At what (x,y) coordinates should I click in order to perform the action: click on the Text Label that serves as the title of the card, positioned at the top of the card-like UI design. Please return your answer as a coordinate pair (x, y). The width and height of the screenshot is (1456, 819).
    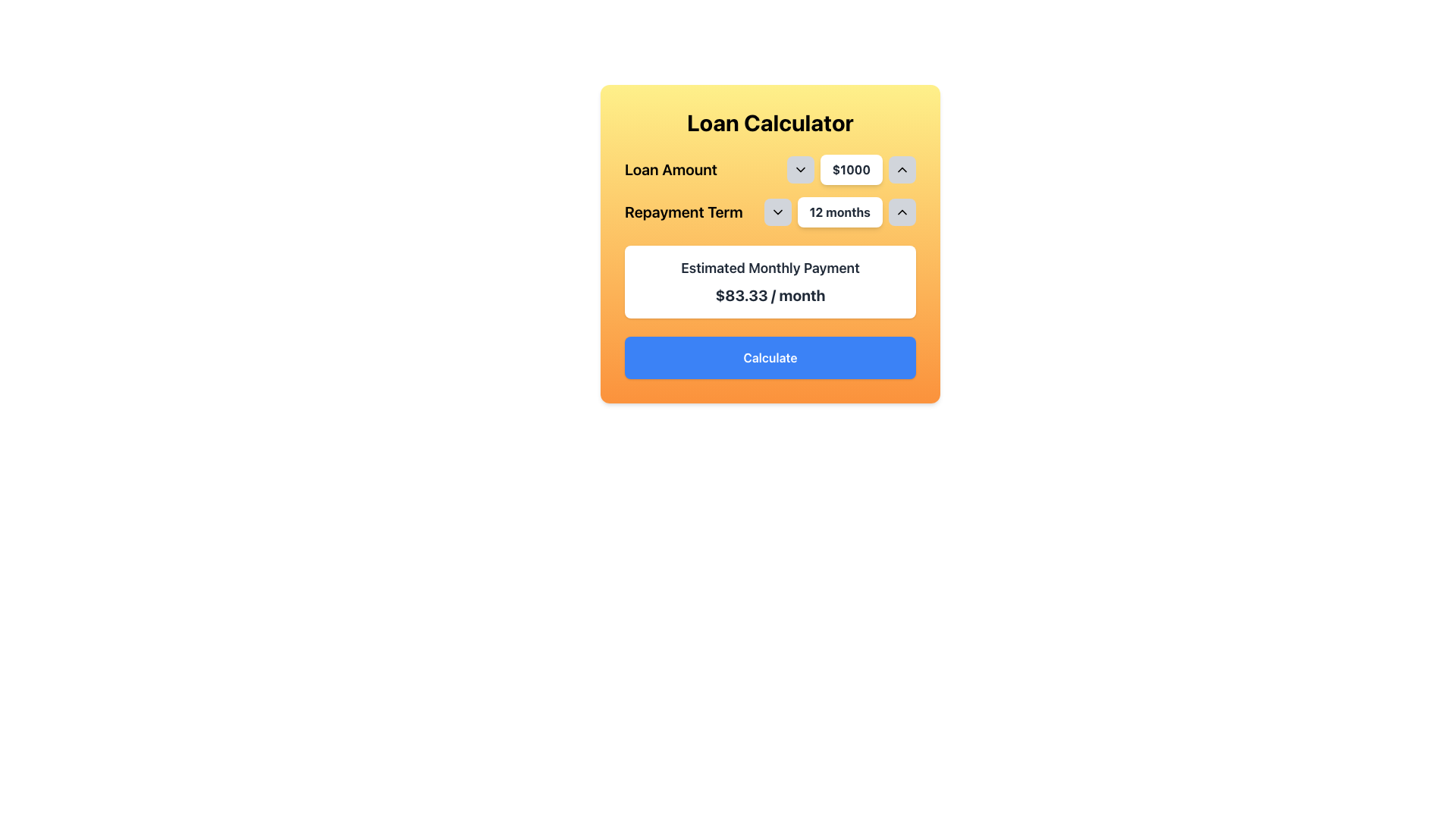
    Looking at the image, I should click on (770, 122).